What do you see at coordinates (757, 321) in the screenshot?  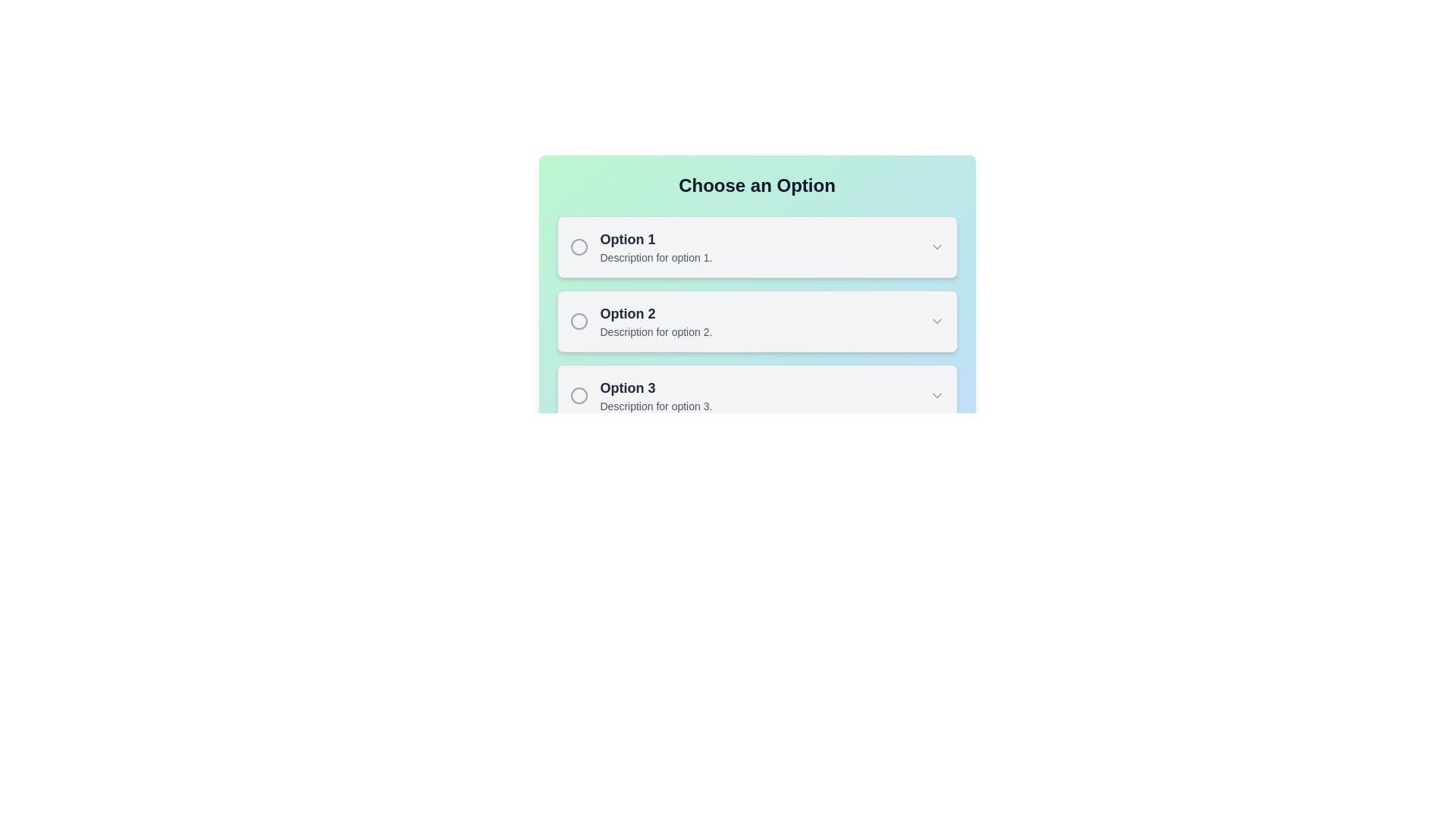 I see `the second selectable list item titled 'Choose an Option'` at bounding box center [757, 321].